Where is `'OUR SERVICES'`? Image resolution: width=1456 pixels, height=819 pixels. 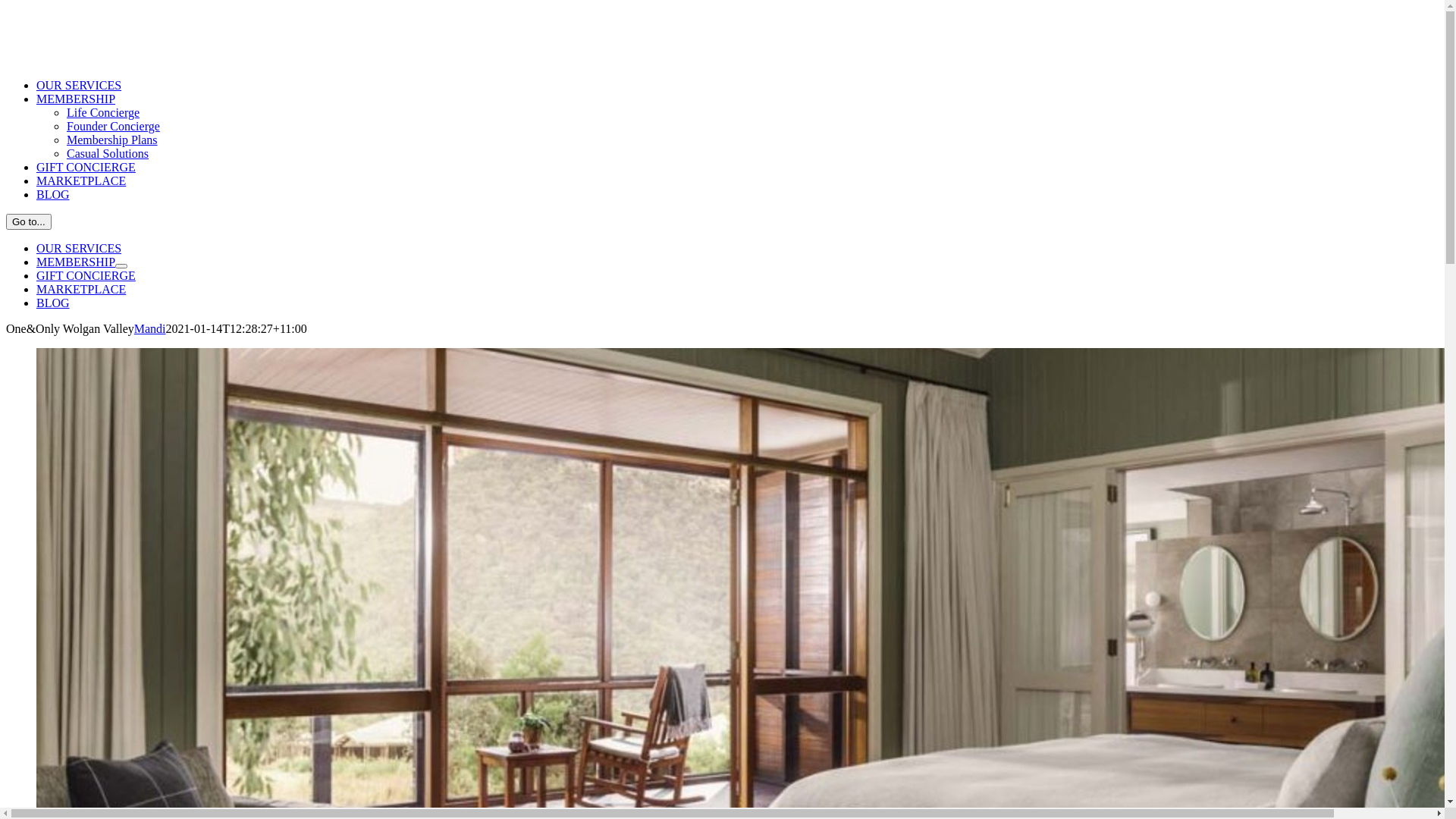 'OUR SERVICES' is located at coordinates (36, 247).